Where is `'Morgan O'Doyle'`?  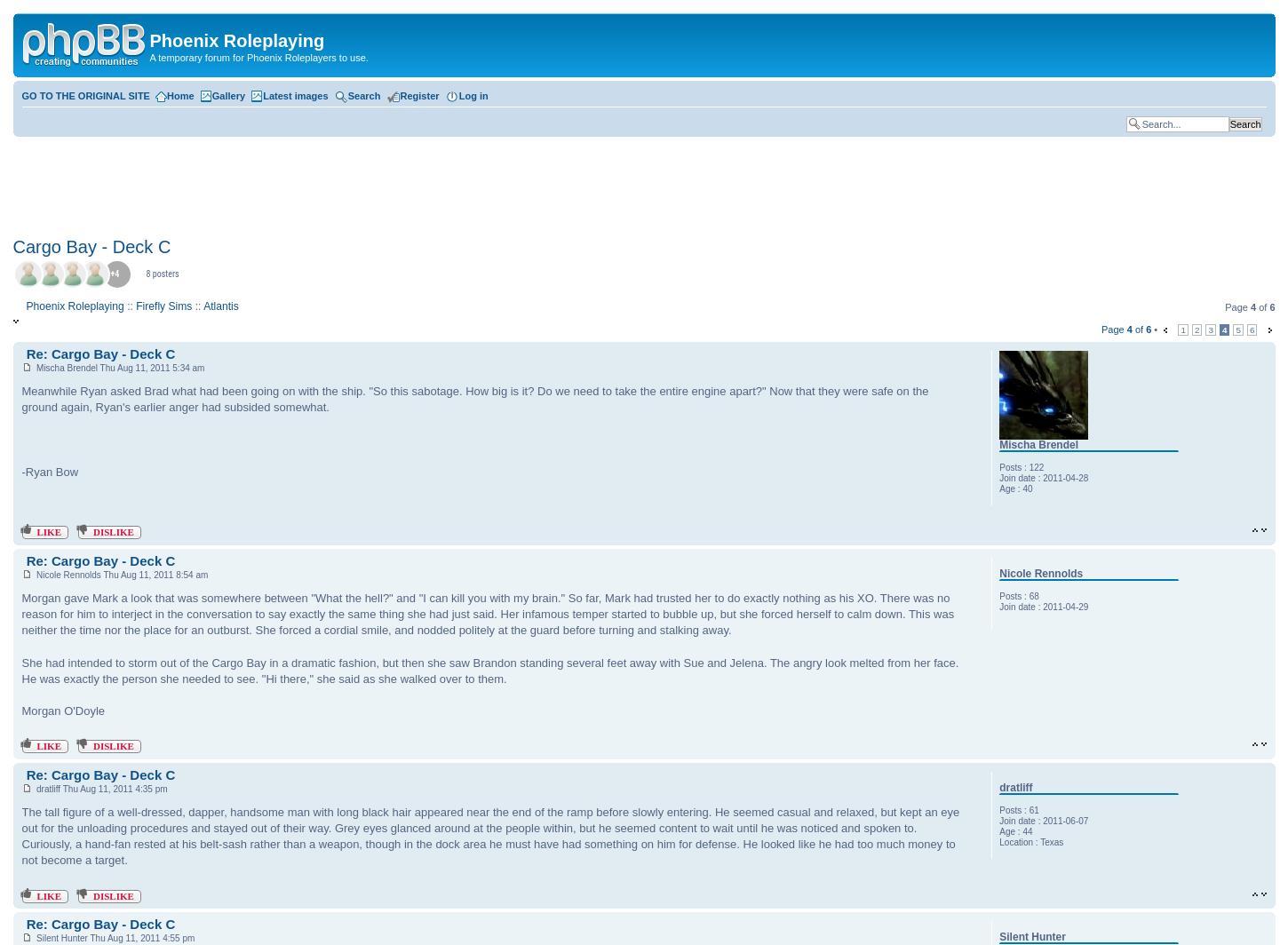
'Morgan O'Doyle' is located at coordinates (63, 711).